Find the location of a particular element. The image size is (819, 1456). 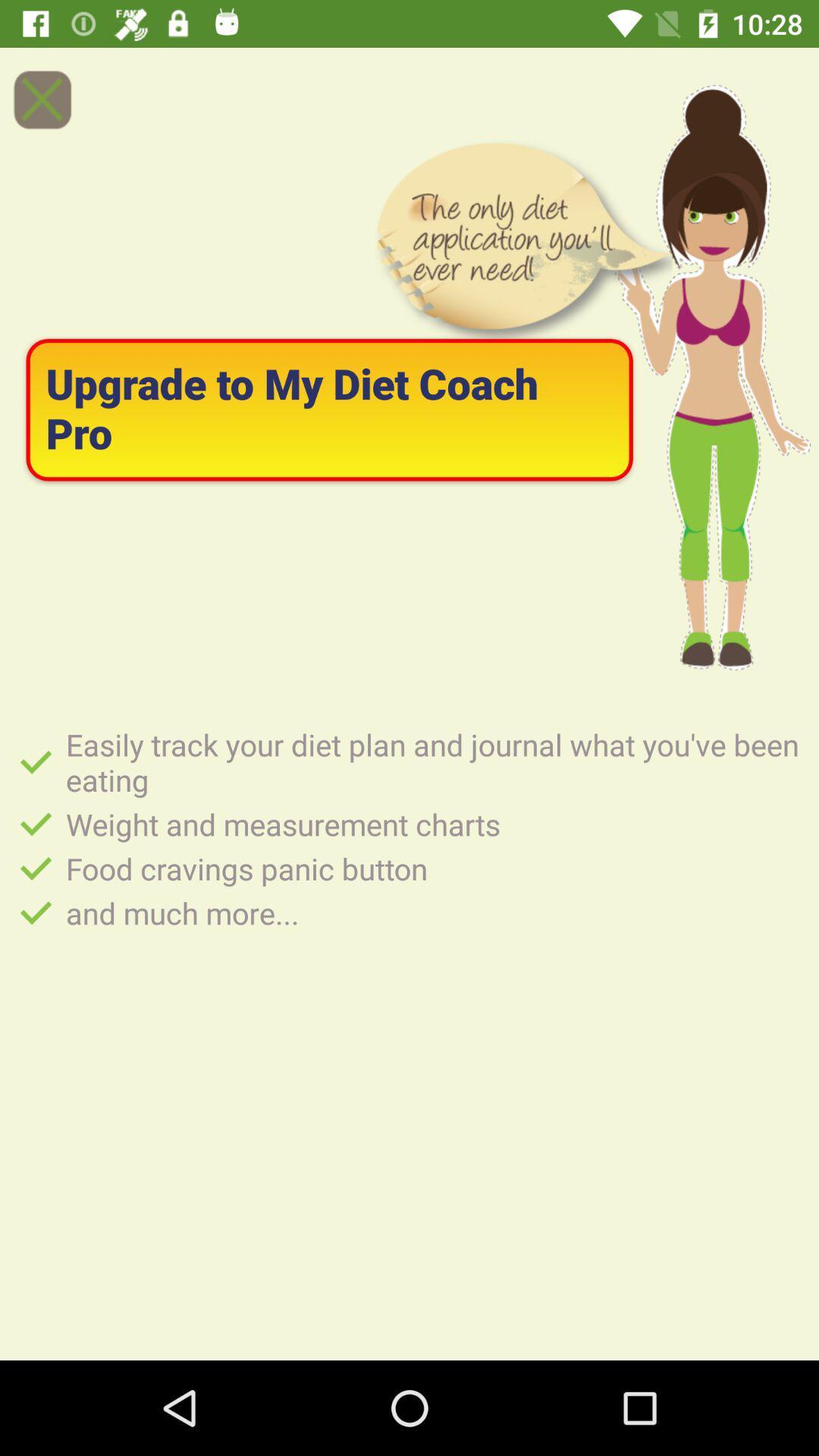

upgrade to my icon is located at coordinates (328, 409).